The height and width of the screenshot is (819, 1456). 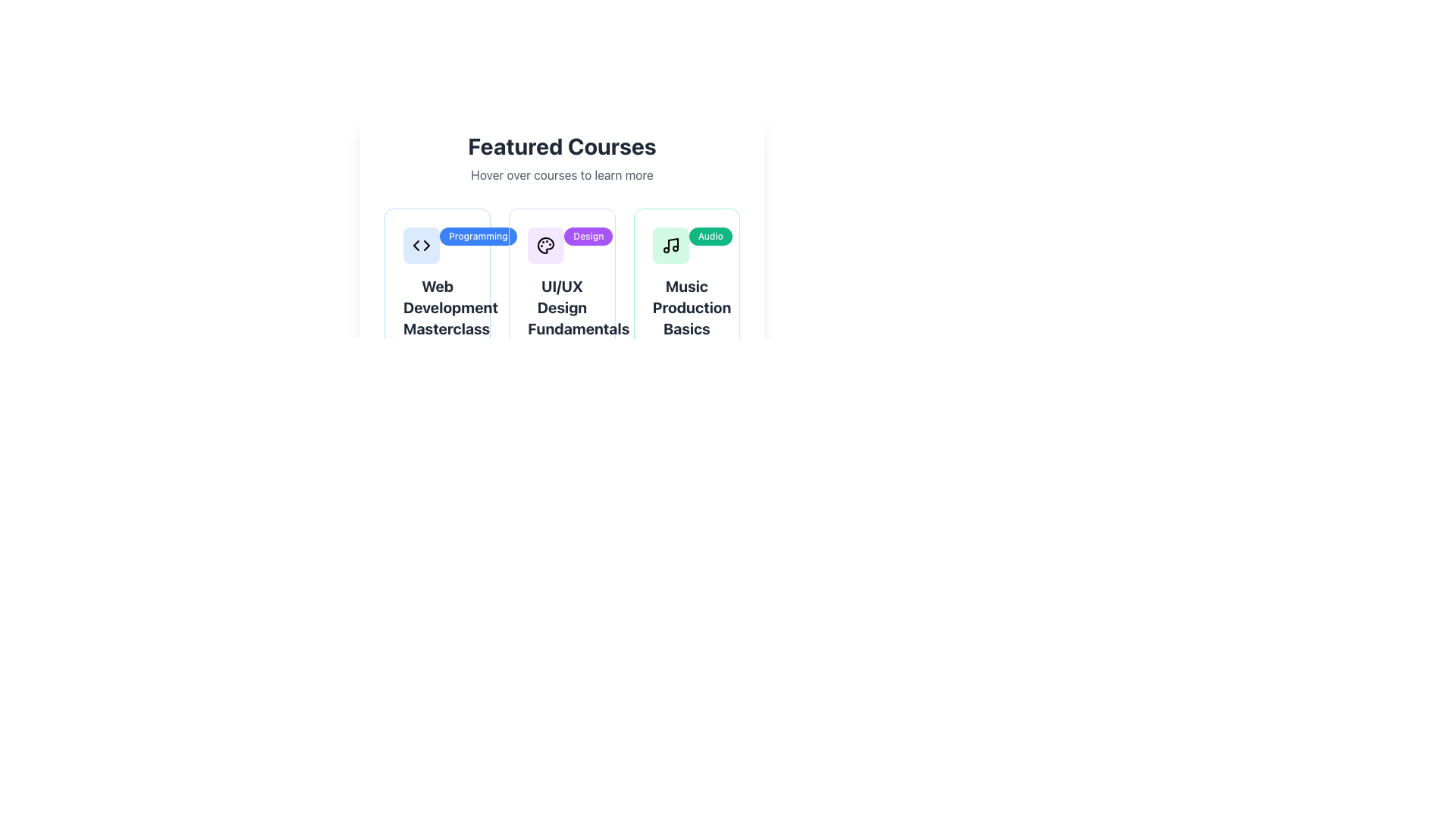 I want to click on the monochrome vector graphical element representing a painter's palette located in the 'UI/UX Design Fundamentals' section, adjacent to the design feature icon, so click(x=546, y=245).